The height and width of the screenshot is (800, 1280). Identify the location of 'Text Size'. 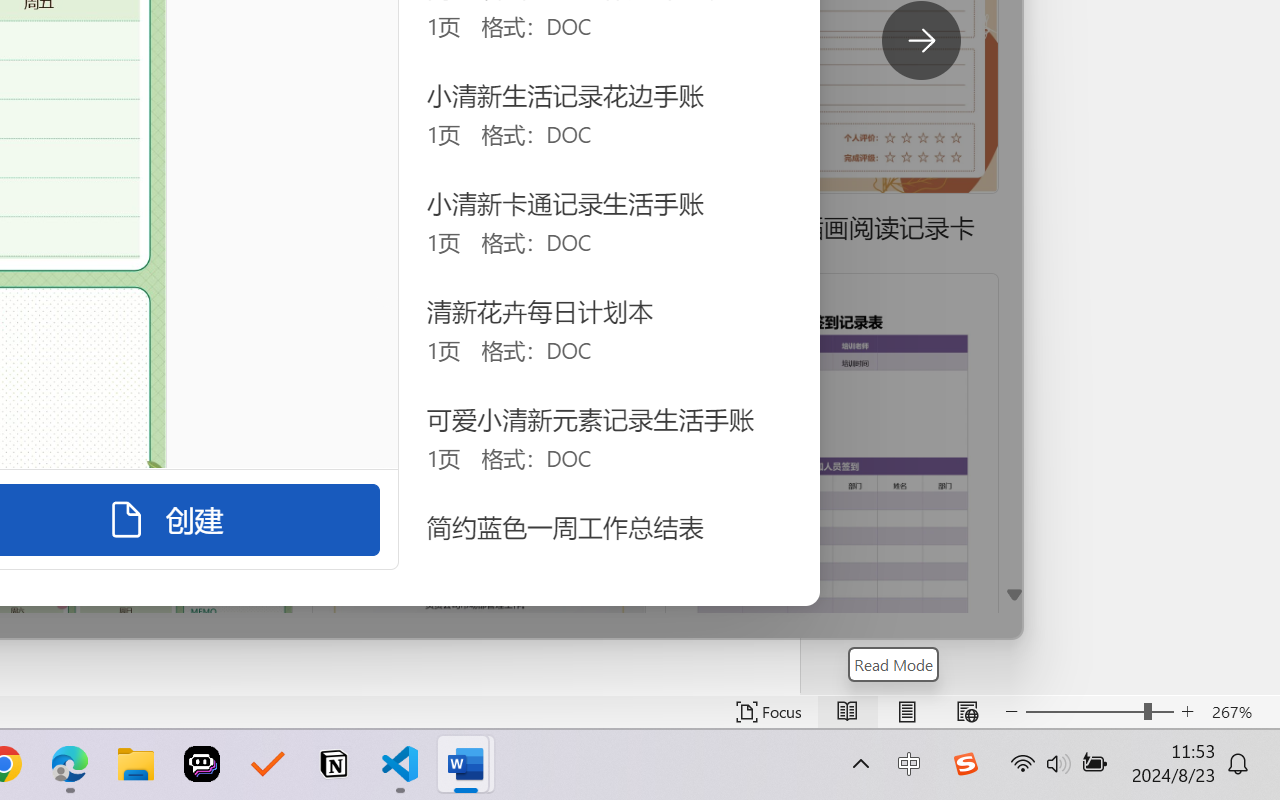
(1099, 711).